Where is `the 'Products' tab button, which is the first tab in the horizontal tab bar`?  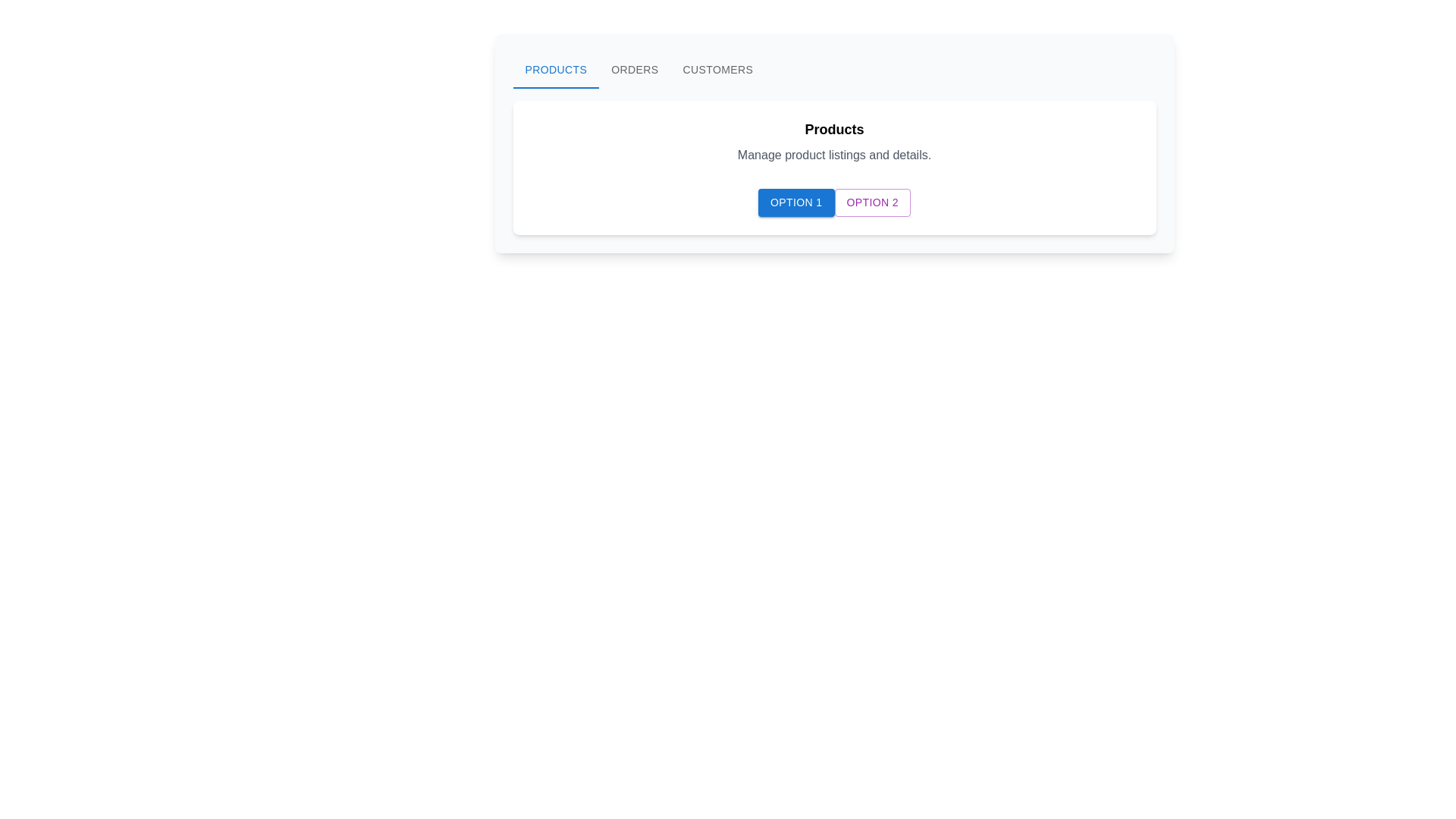
the 'Products' tab button, which is the first tab in the horizontal tab bar is located at coordinates (555, 70).